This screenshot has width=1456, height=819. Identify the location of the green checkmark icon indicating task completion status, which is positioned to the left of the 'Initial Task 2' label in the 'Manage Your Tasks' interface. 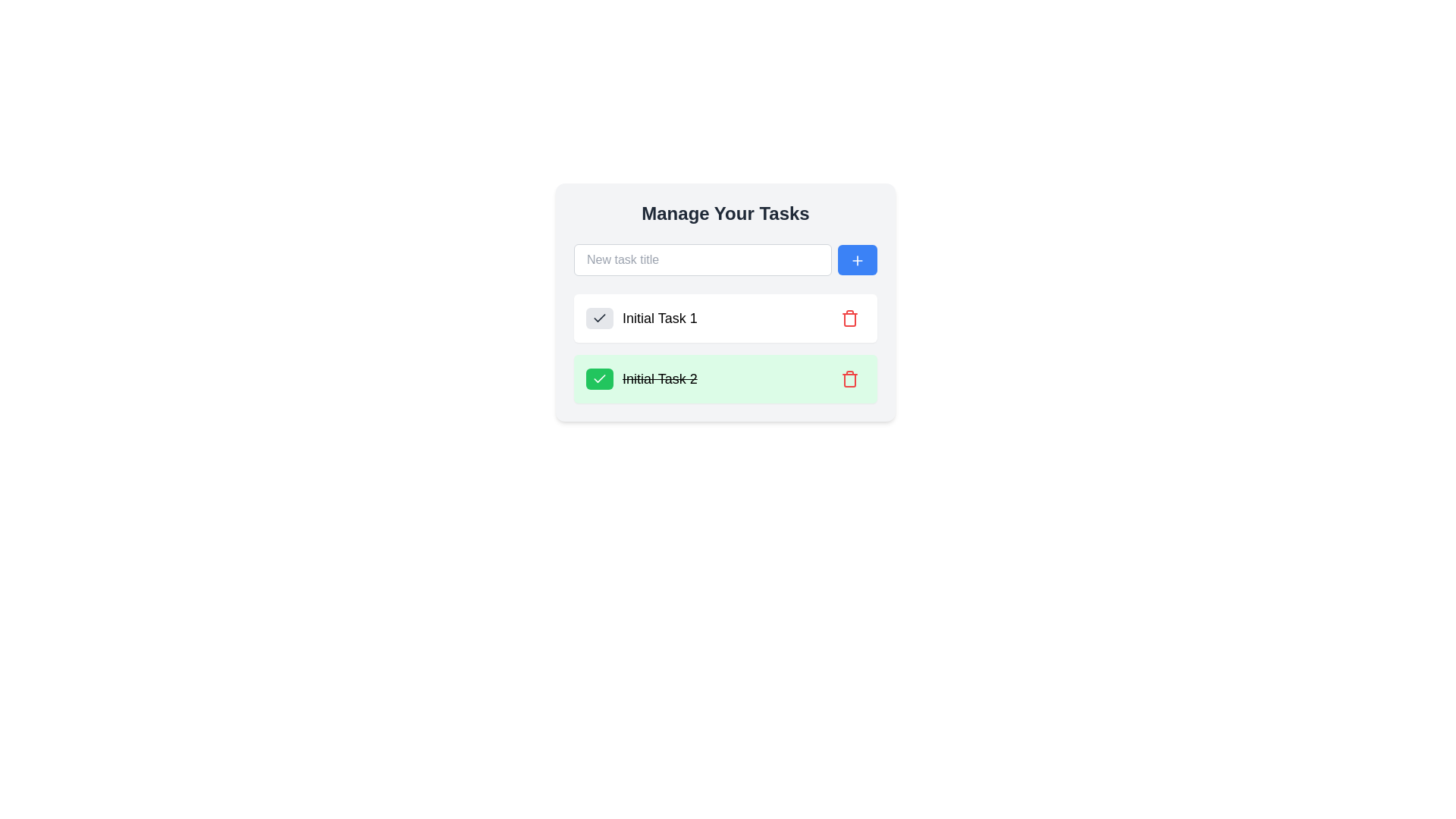
(599, 317).